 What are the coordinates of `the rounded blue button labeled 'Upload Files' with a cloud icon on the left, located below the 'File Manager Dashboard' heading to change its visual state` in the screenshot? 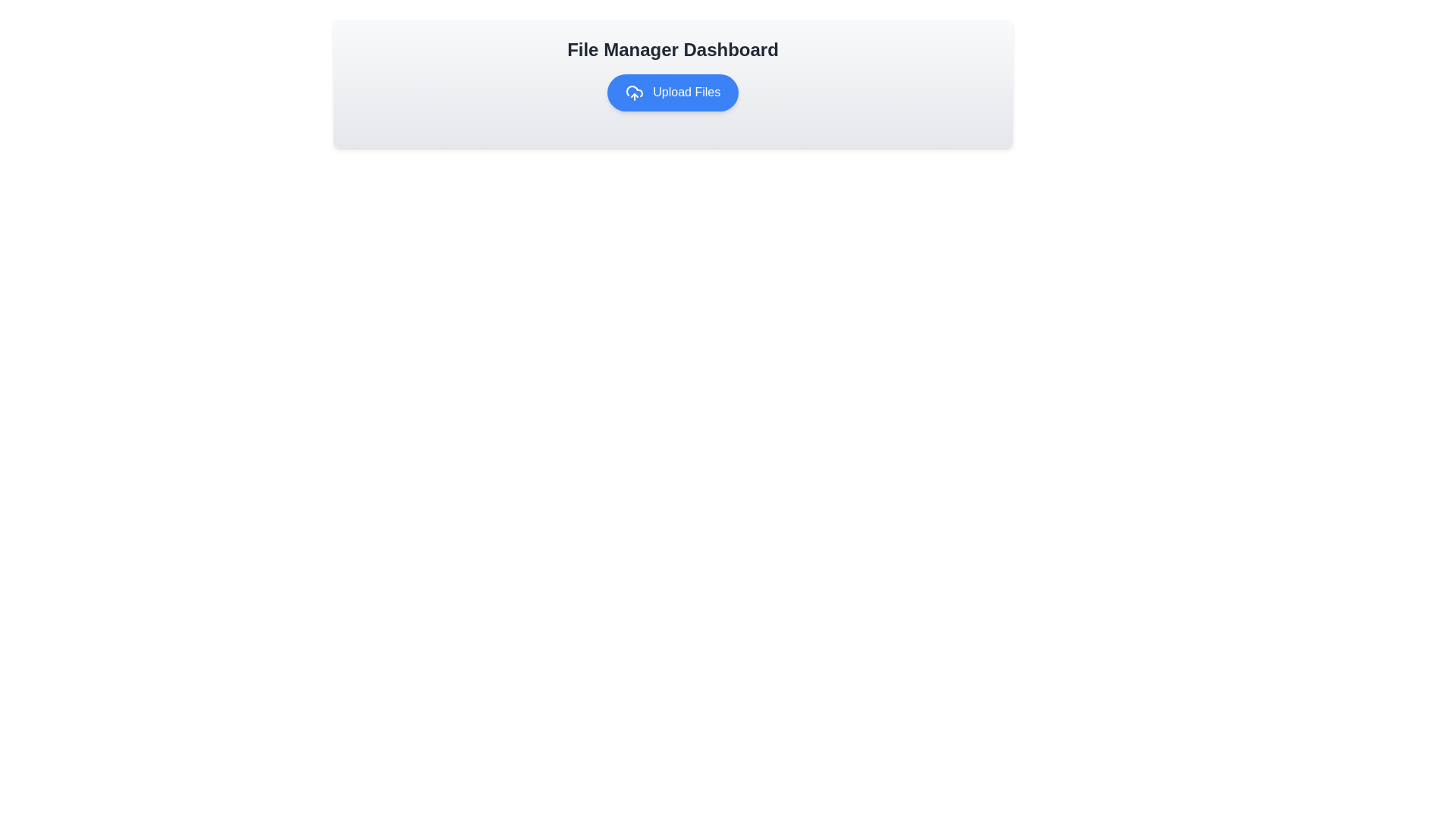 It's located at (672, 93).